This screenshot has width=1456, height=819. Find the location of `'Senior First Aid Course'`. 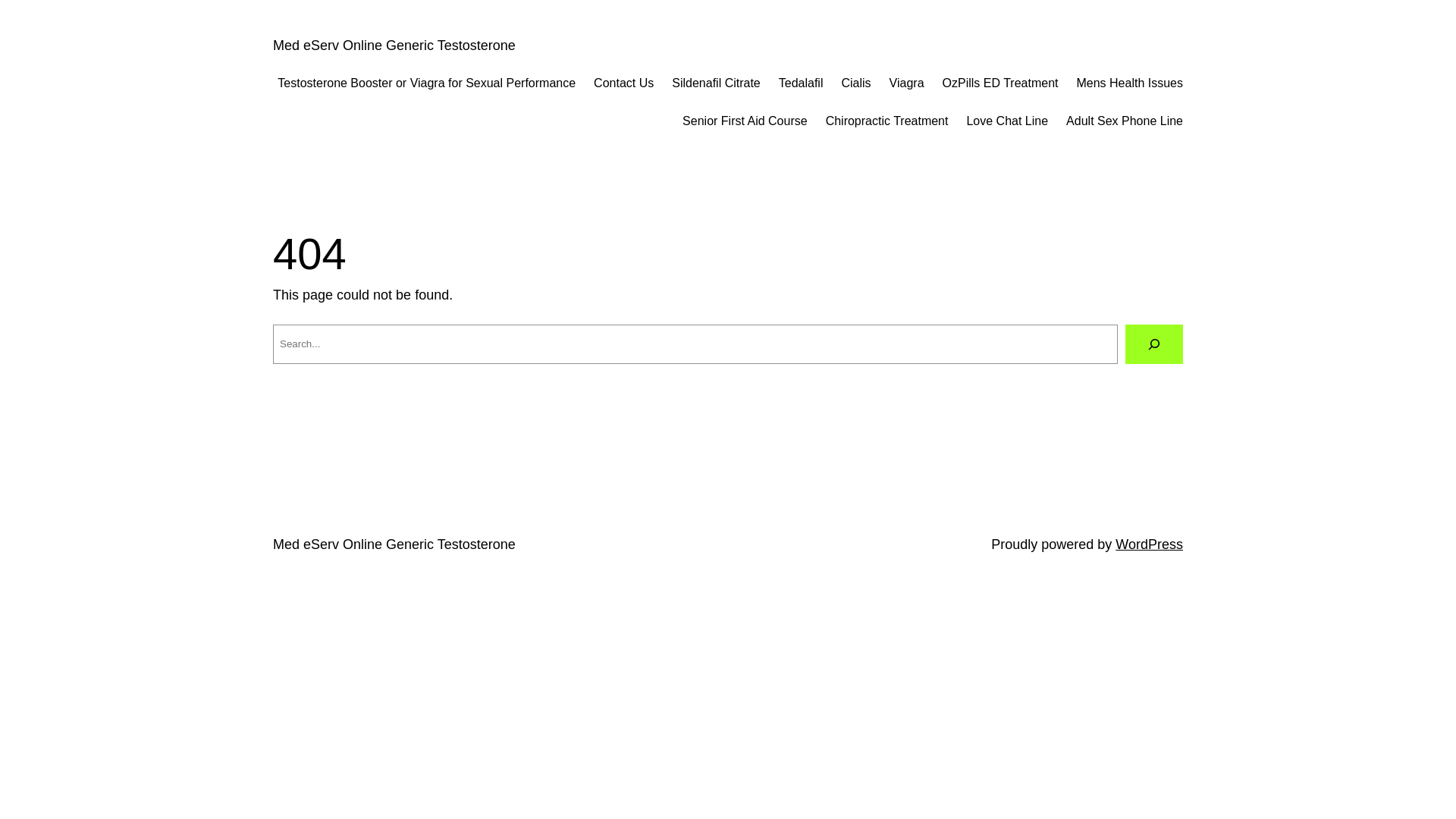

'Senior First Aid Course' is located at coordinates (682, 120).